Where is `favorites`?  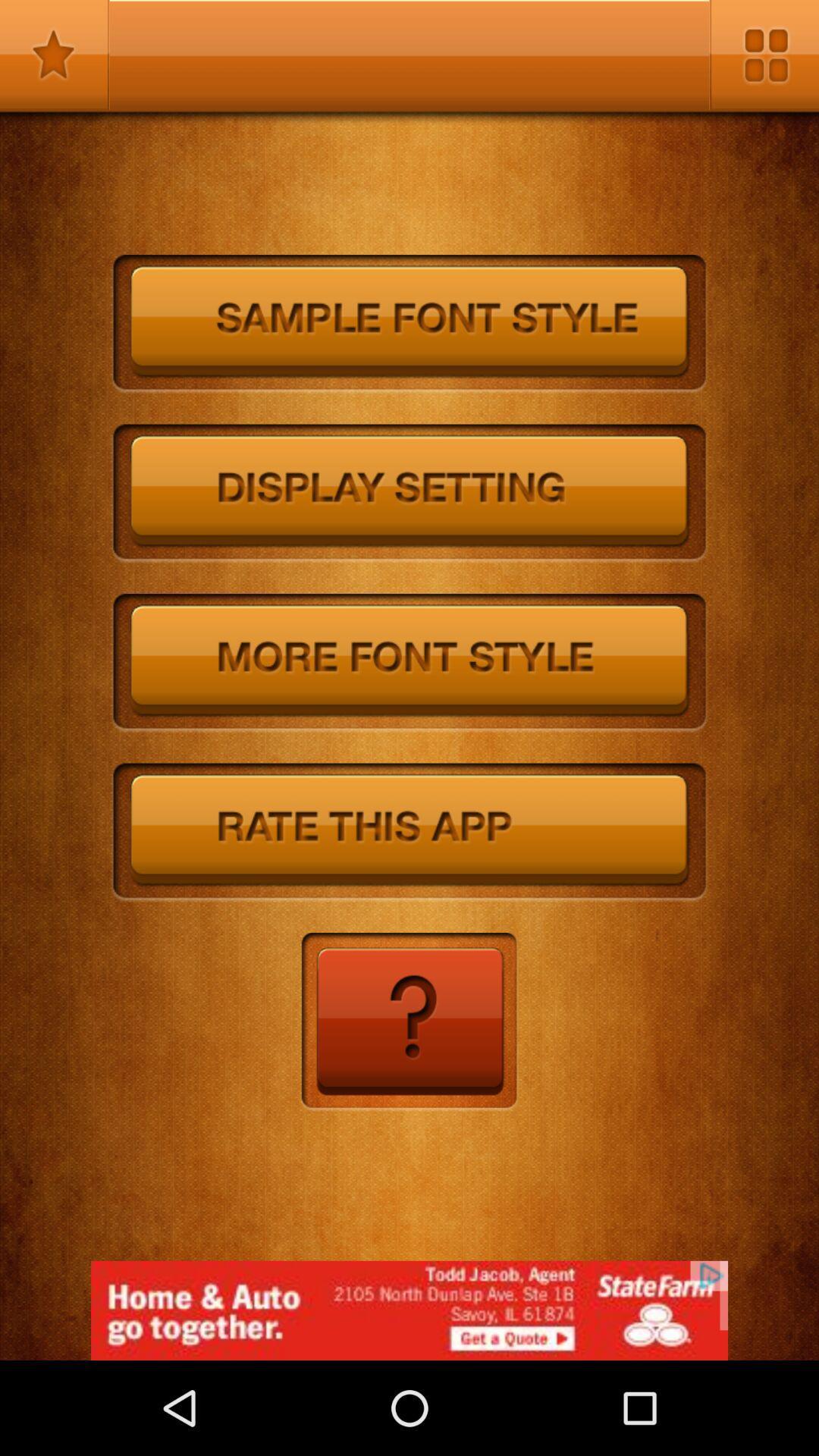 favorites is located at coordinates (54, 55).